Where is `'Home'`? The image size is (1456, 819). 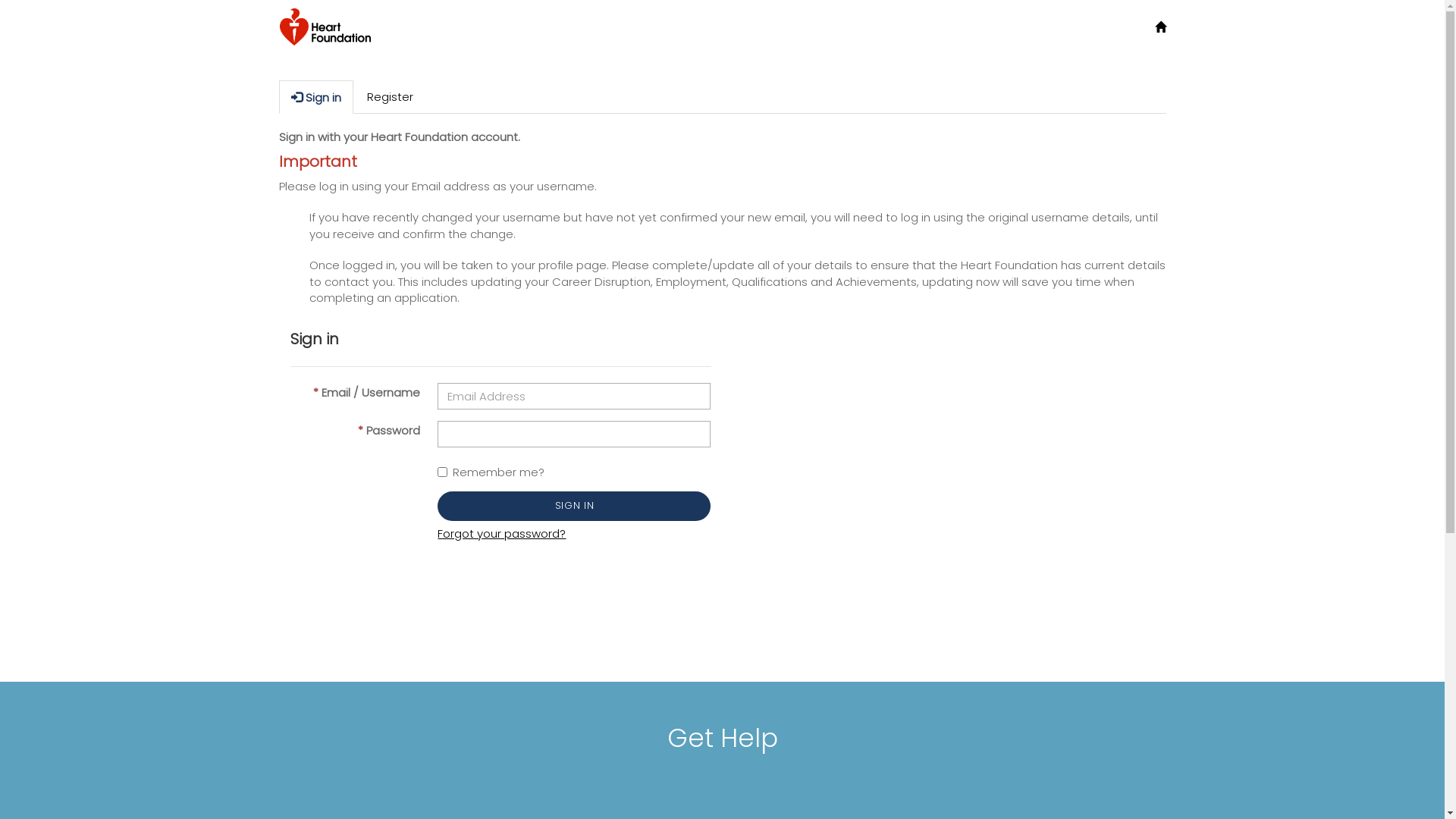 'Home' is located at coordinates (1159, 27).